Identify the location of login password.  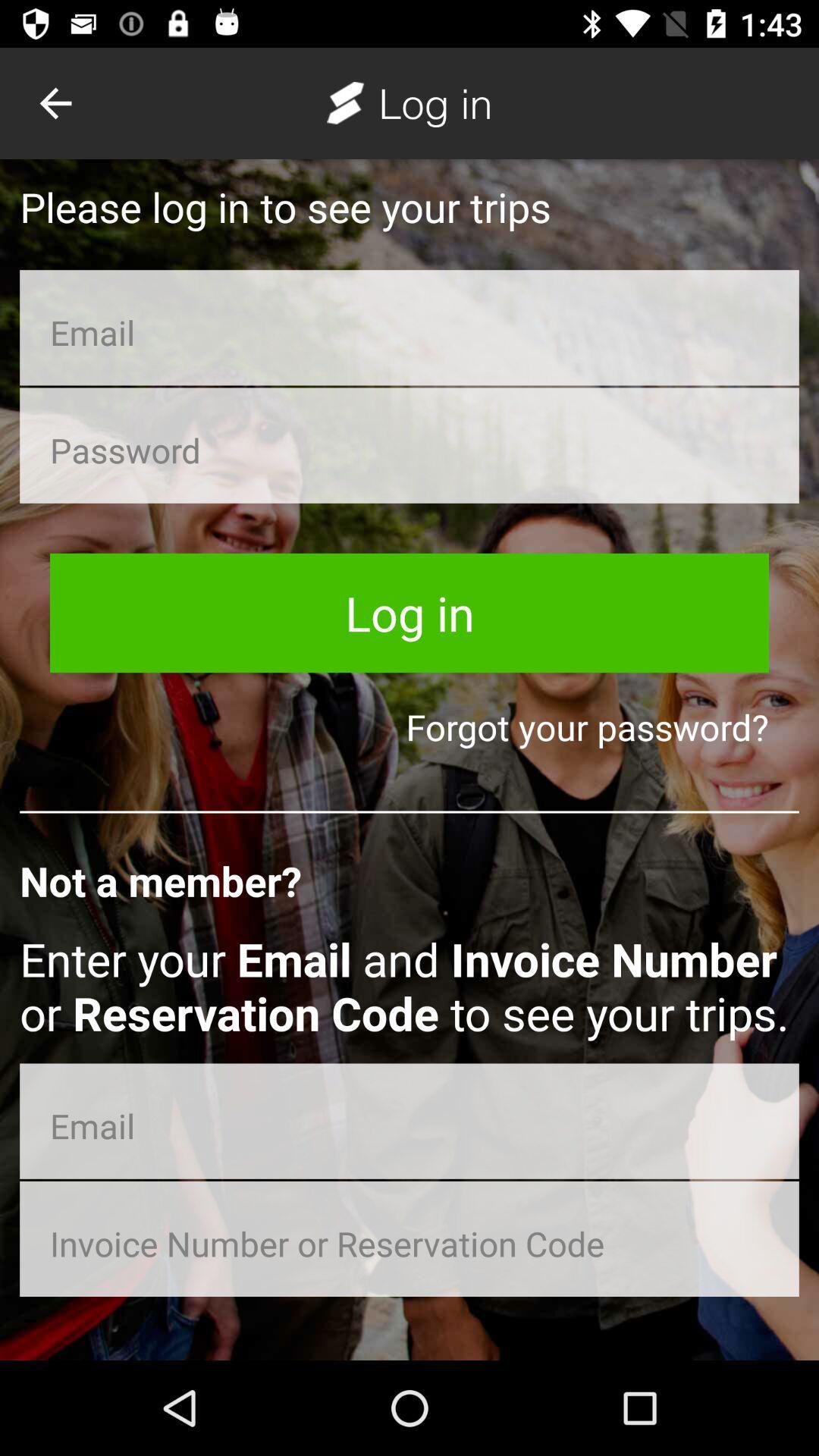
(409, 444).